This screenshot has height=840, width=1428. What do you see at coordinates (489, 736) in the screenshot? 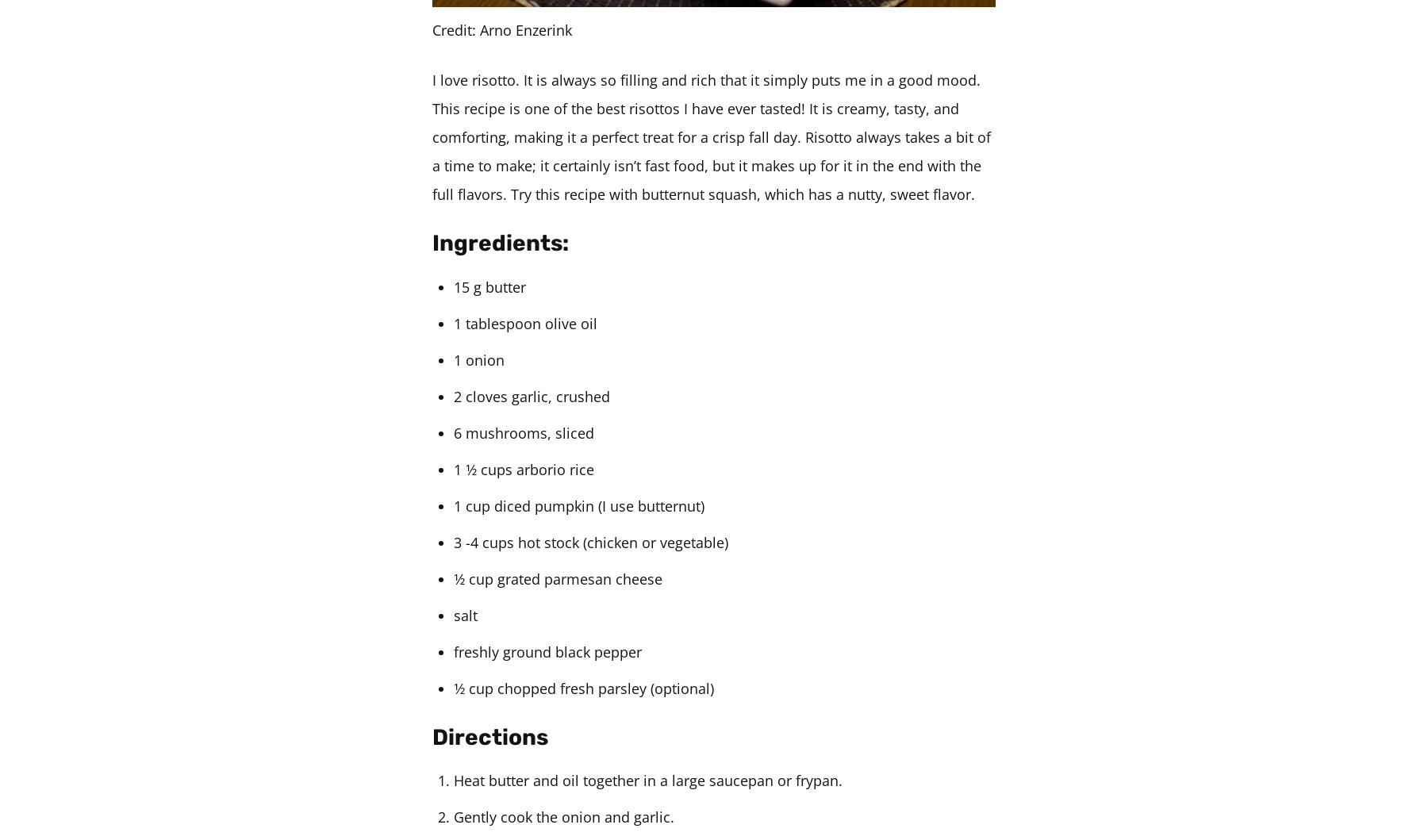
I see `'Directions'` at bounding box center [489, 736].